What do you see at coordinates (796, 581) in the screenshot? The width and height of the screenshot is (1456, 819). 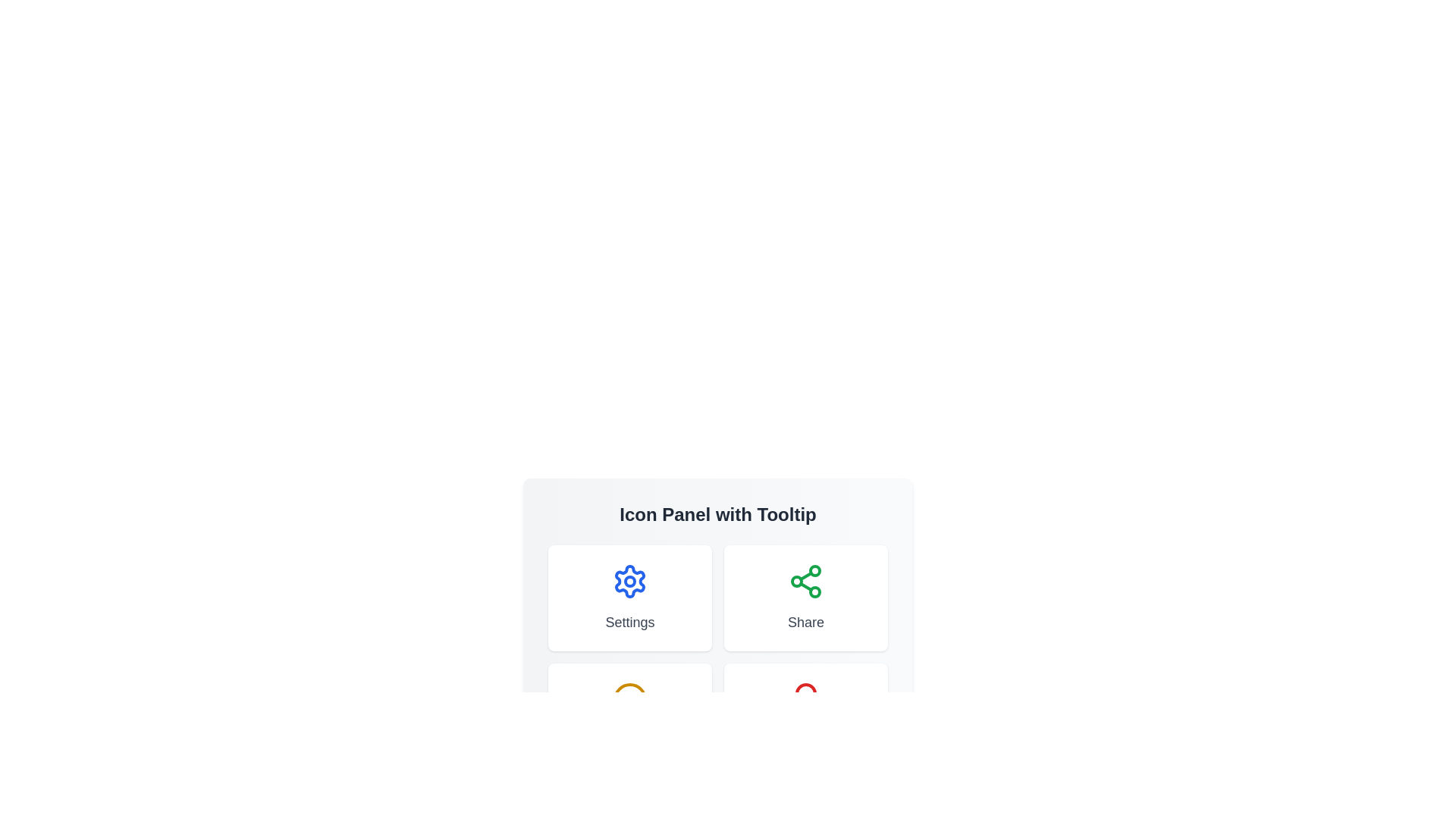 I see `the middle circle of three aligned circles that form part of the 'Share' icon, located within the card labeled 'Share' in the top-right corner of the 'Icon Panel with Tooltip'` at bounding box center [796, 581].